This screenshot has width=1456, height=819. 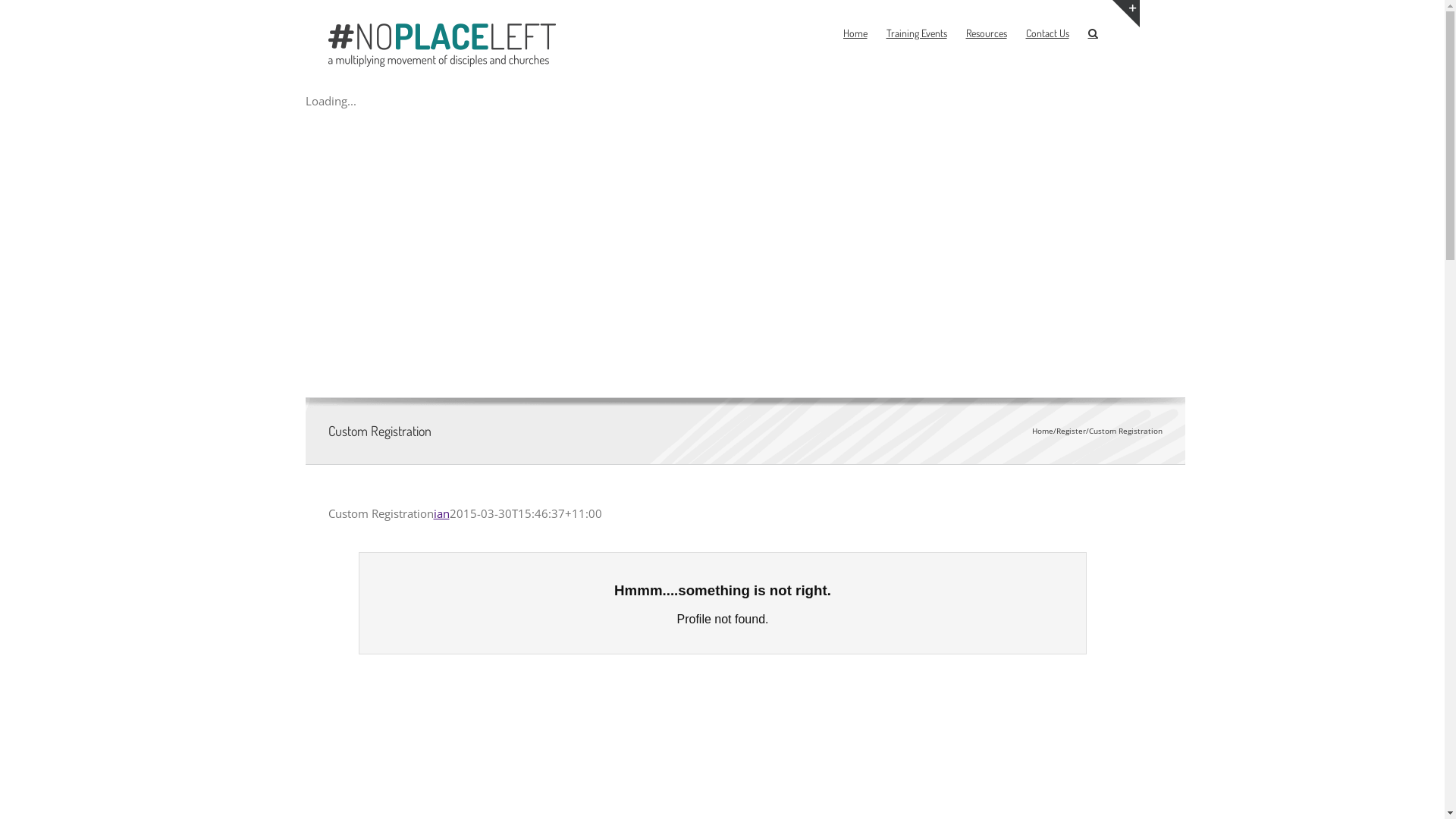 What do you see at coordinates (855, 32) in the screenshot?
I see `'Home'` at bounding box center [855, 32].